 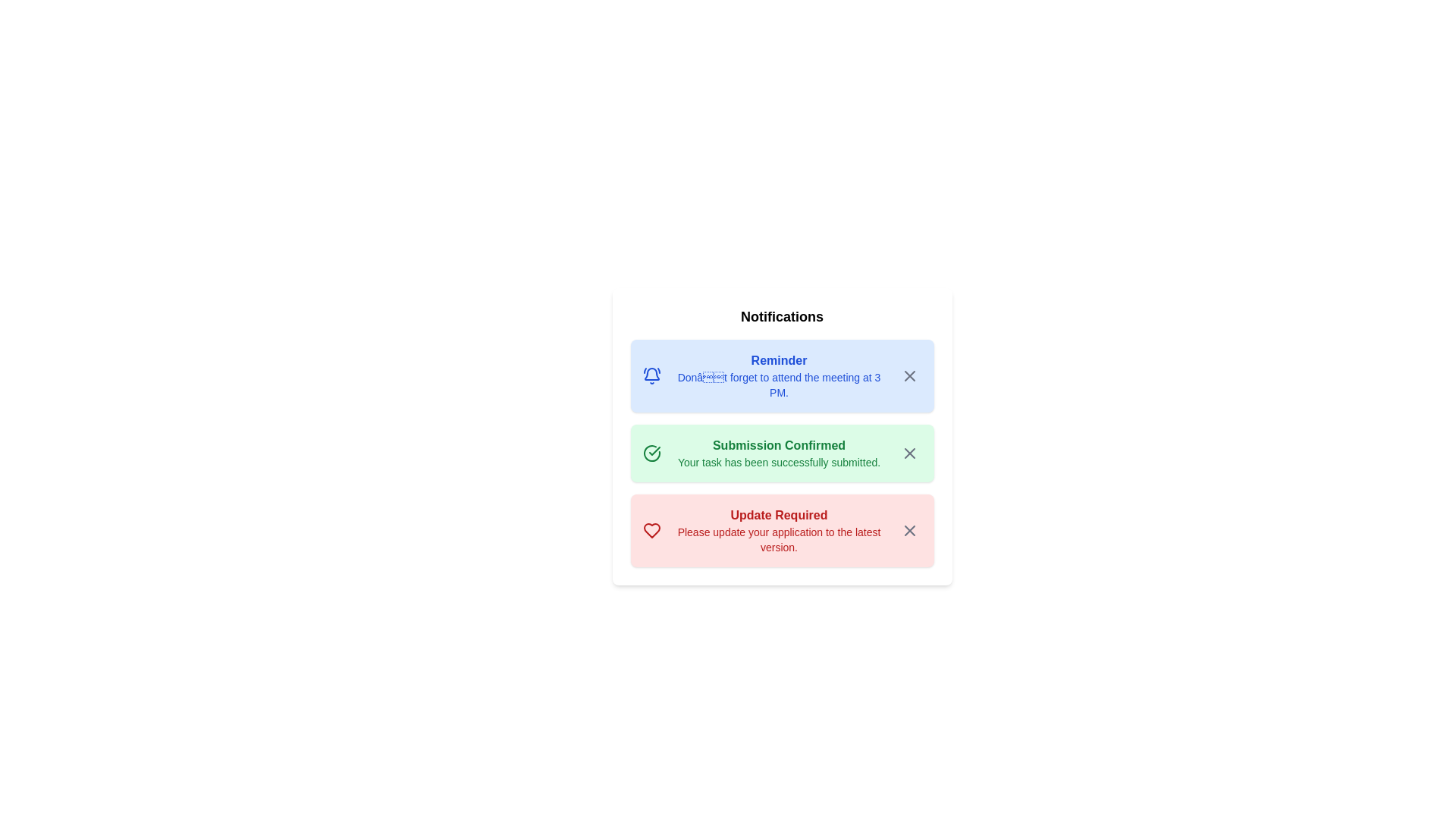 What do you see at coordinates (897, 363) in the screenshot?
I see `the notification icon corresponding to Reminder` at bounding box center [897, 363].